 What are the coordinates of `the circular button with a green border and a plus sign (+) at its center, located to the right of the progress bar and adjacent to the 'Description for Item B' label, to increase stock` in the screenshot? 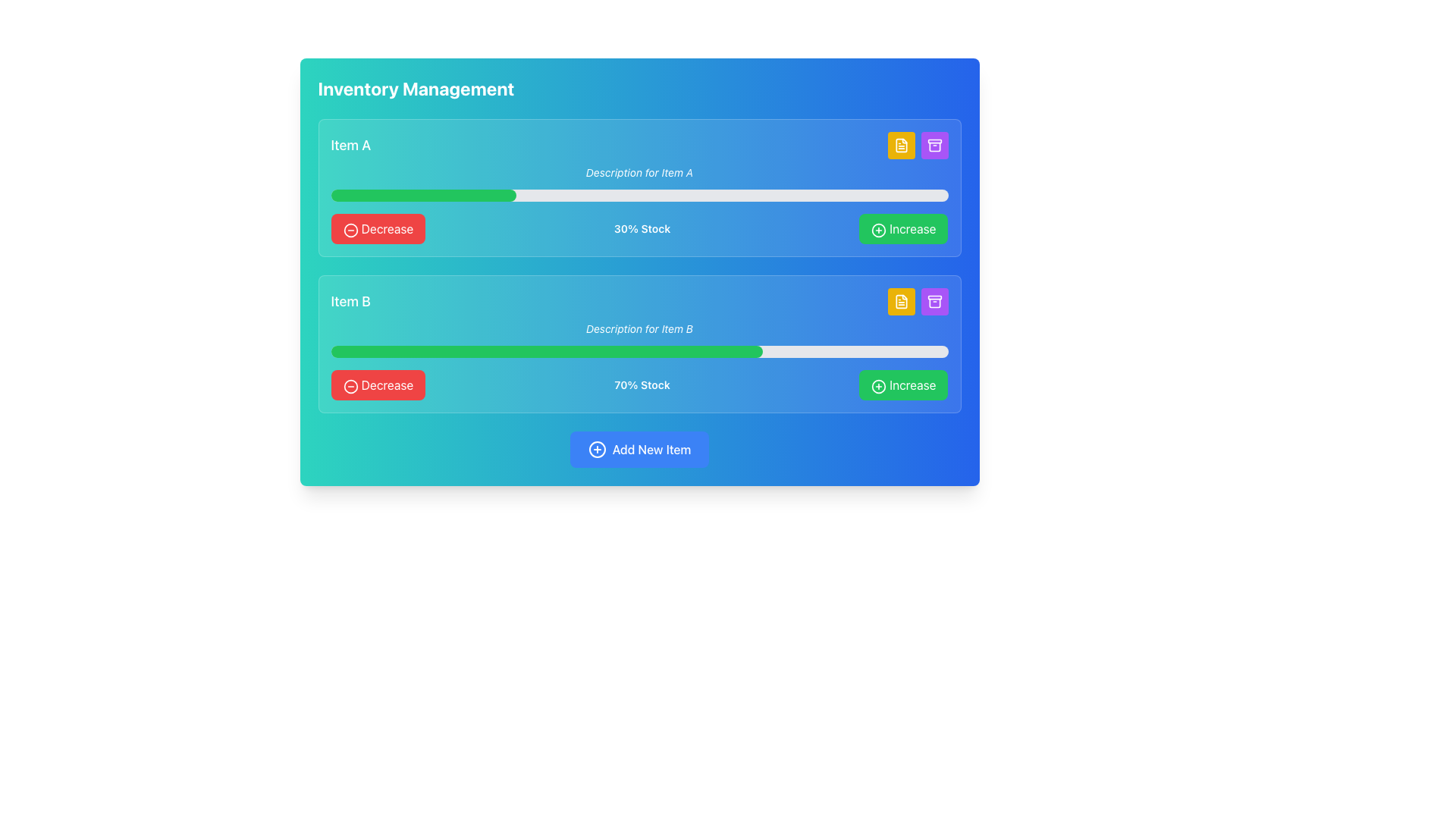 It's located at (878, 230).